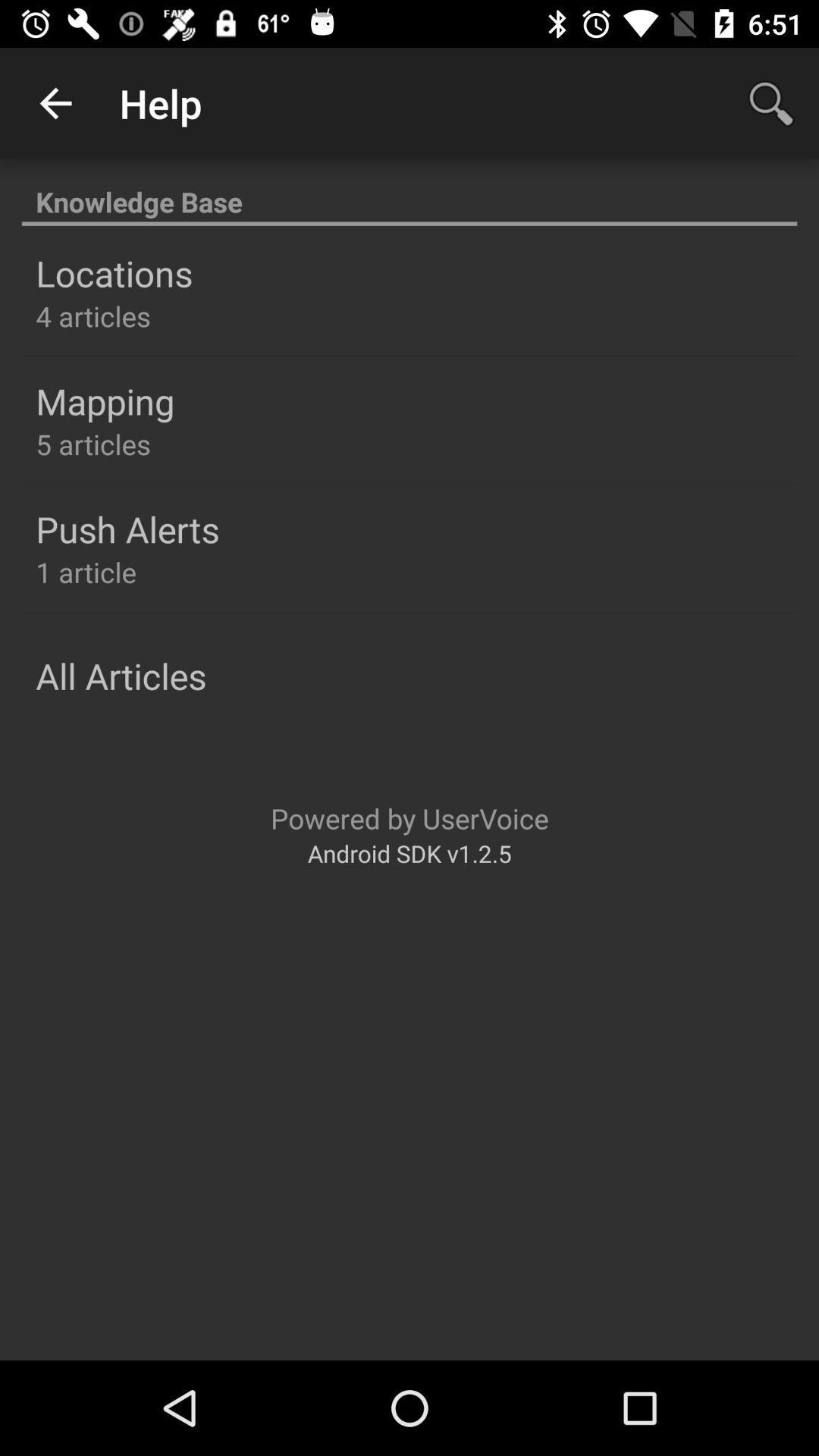 The height and width of the screenshot is (1456, 819). Describe the element at coordinates (409, 853) in the screenshot. I see `item below the powered by uservoice item` at that location.